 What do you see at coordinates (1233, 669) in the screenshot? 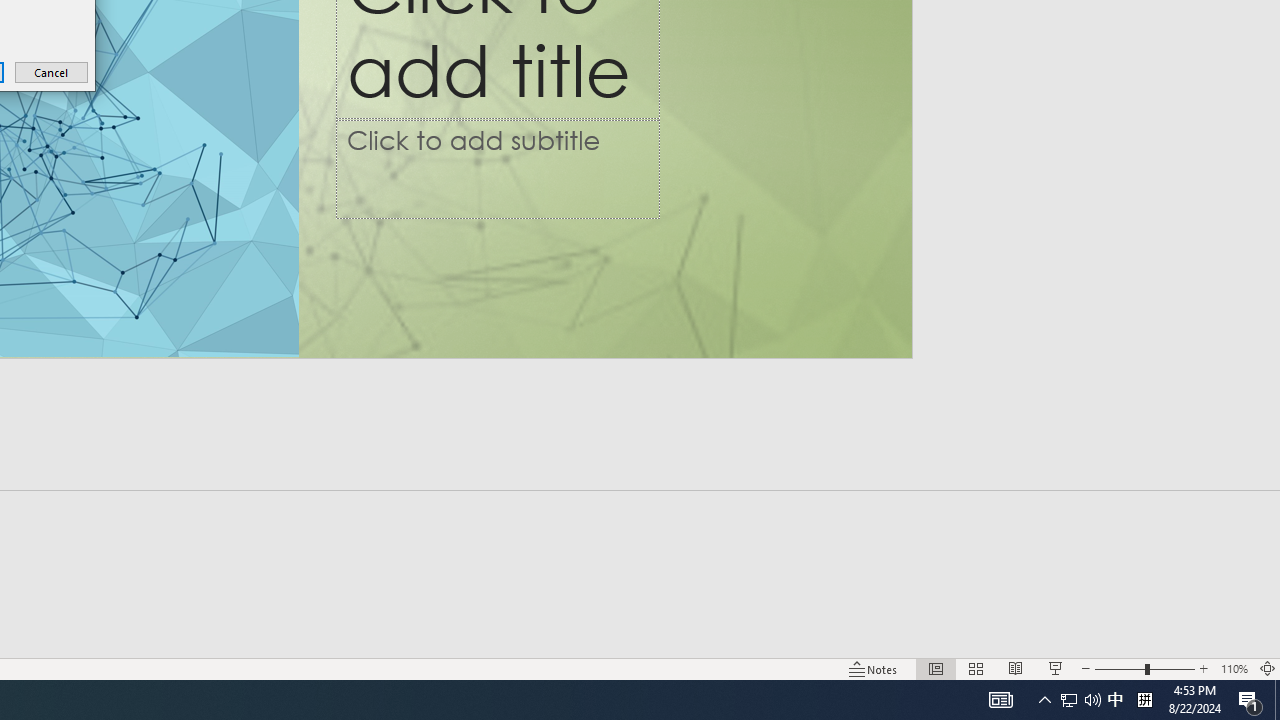
I see `'Zoom 110%'` at bounding box center [1233, 669].